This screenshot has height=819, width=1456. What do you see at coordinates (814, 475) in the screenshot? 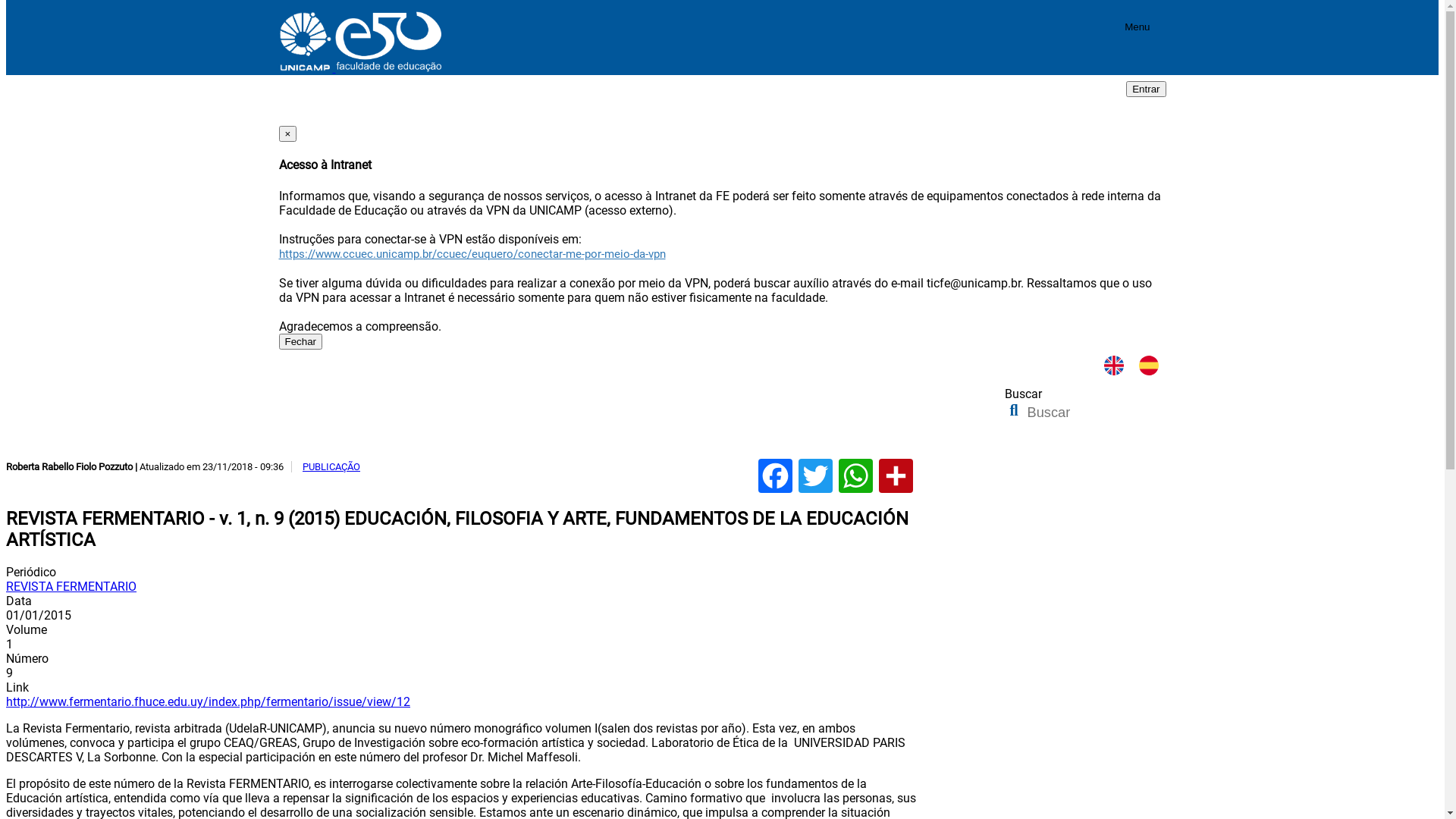
I see `'Twitter'` at bounding box center [814, 475].